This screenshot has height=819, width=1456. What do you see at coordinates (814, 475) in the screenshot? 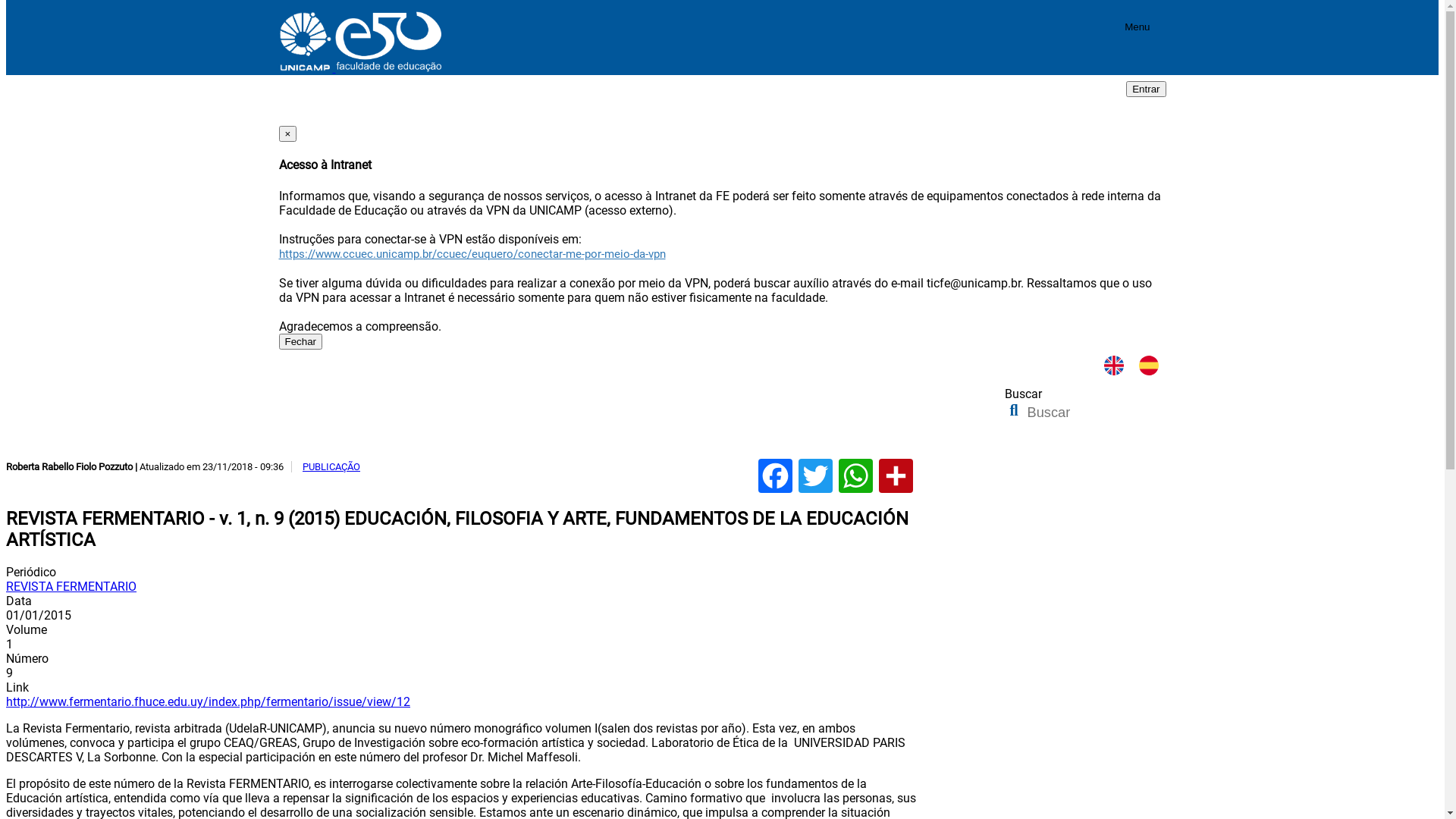
I see `'Twitter'` at bounding box center [814, 475].